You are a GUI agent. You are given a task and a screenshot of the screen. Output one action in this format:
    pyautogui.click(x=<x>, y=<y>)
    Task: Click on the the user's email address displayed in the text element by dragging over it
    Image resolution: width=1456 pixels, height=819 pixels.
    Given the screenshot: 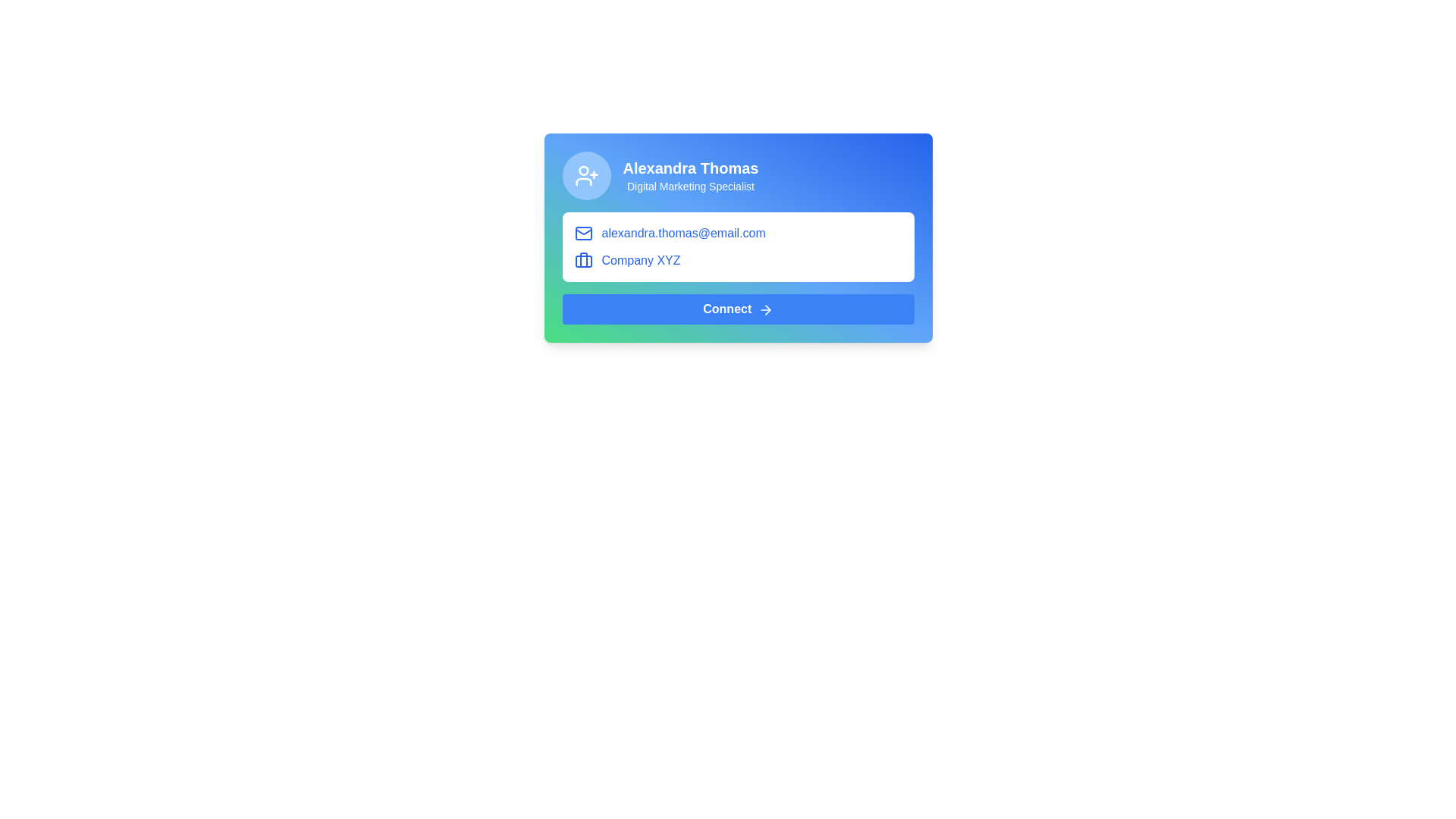 What is the action you would take?
    pyautogui.click(x=682, y=234)
    